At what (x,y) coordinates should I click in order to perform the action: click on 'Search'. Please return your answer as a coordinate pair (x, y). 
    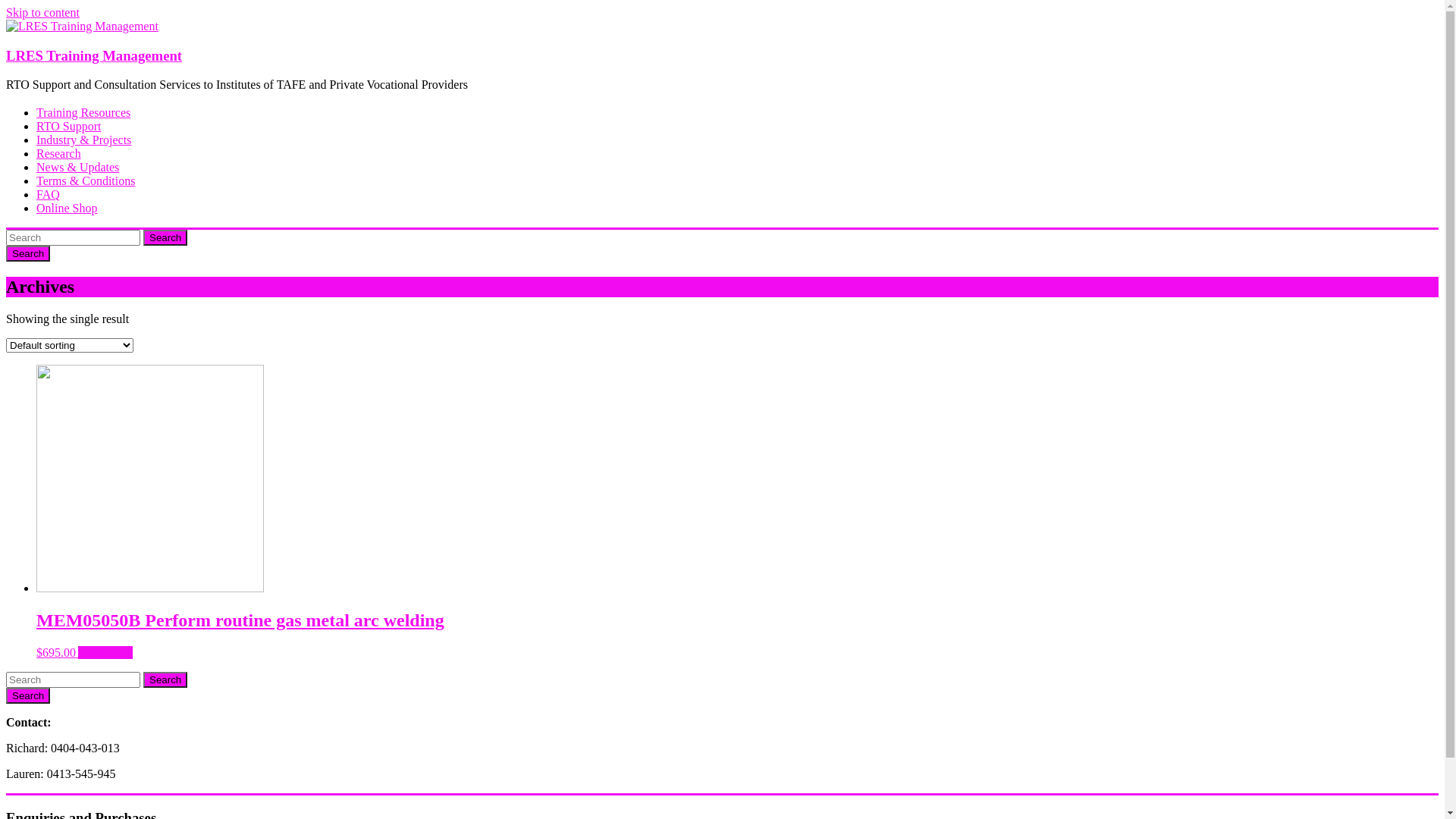
    Looking at the image, I should click on (165, 237).